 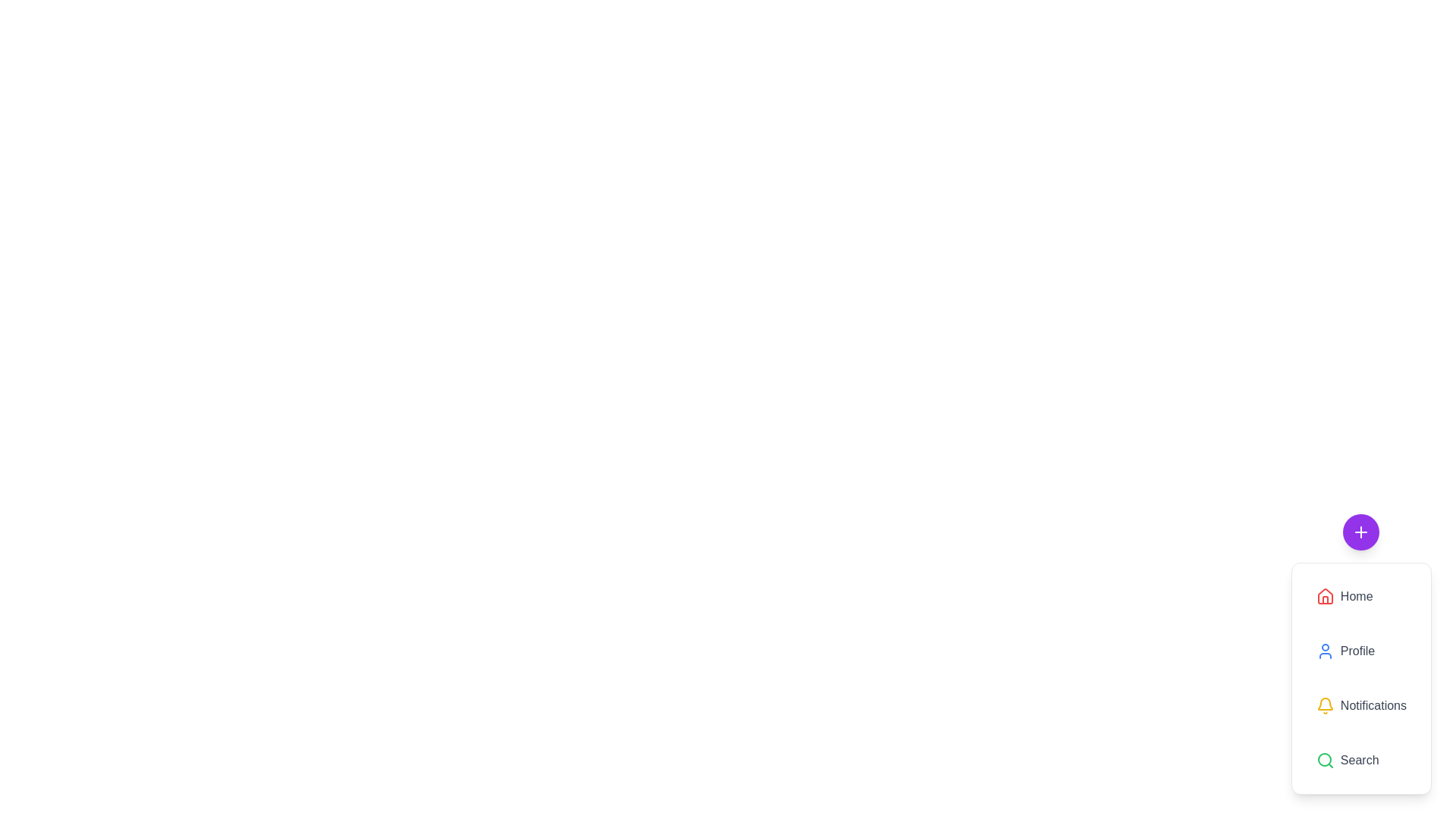 What do you see at coordinates (1361, 705) in the screenshot?
I see `the 'Notifications' button` at bounding box center [1361, 705].